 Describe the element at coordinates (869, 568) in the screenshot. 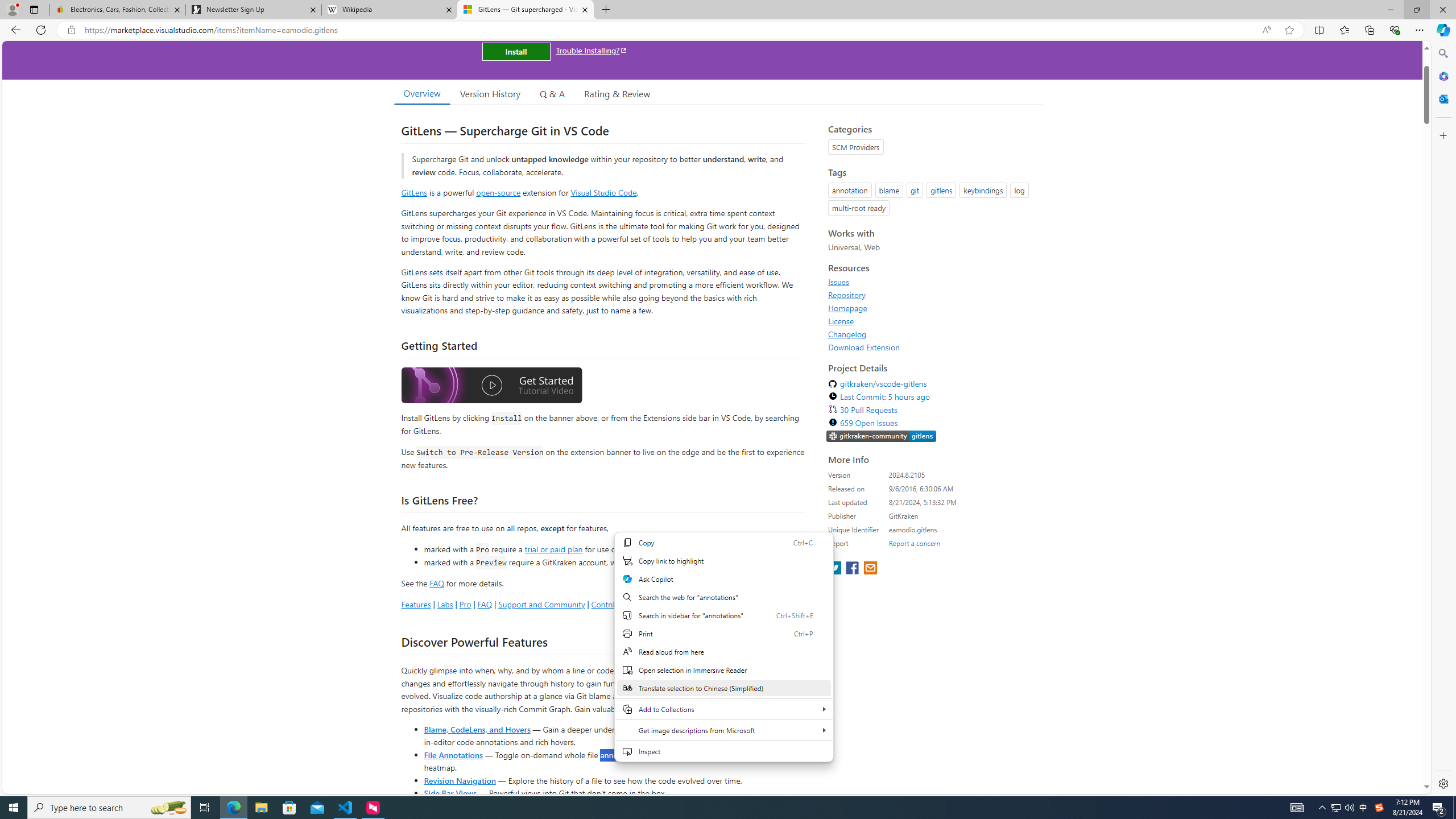

I see `'share extension on email'` at that location.